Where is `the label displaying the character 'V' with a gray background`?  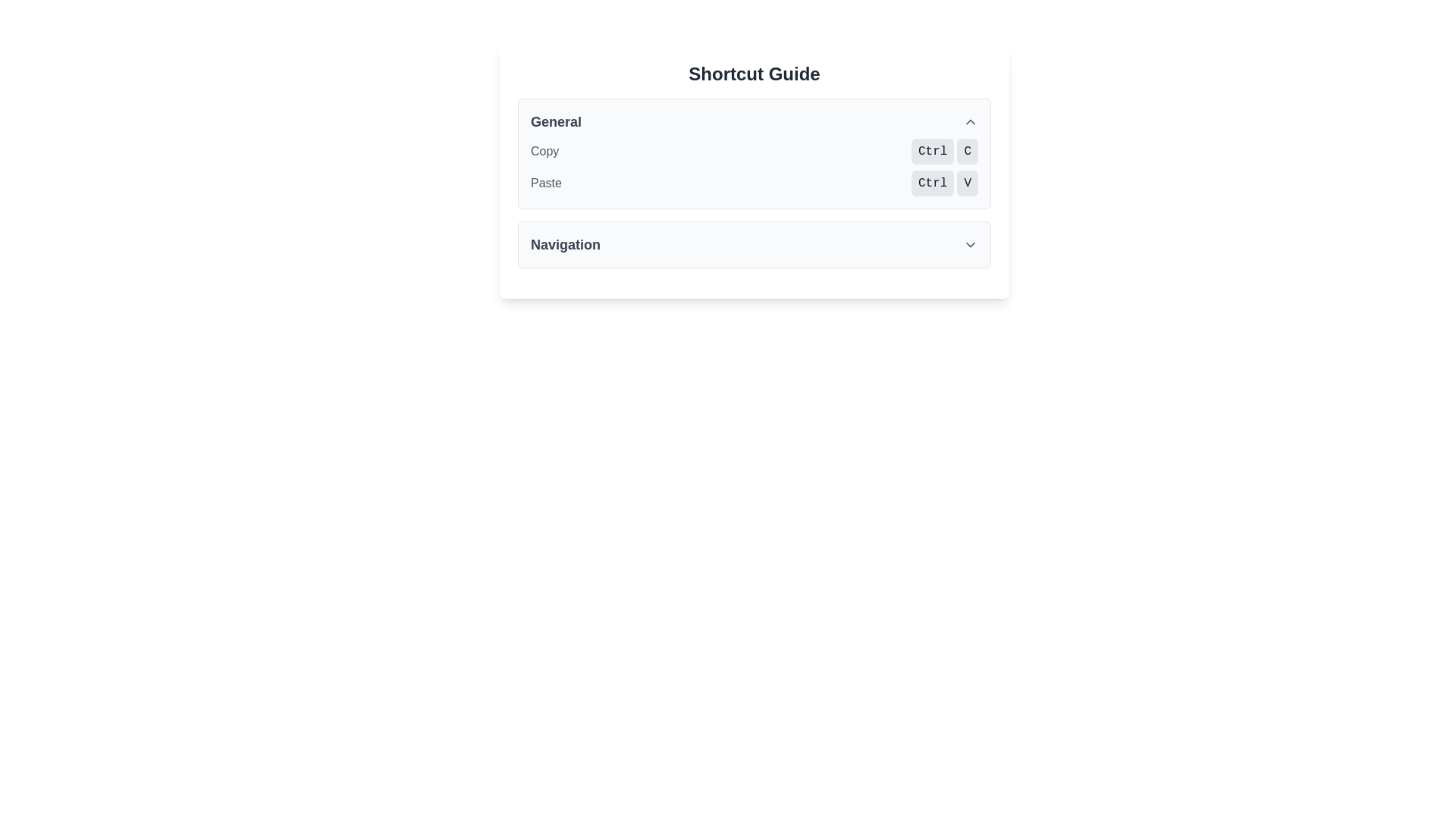 the label displaying the character 'V' with a gray background is located at coordinates (967, 183).